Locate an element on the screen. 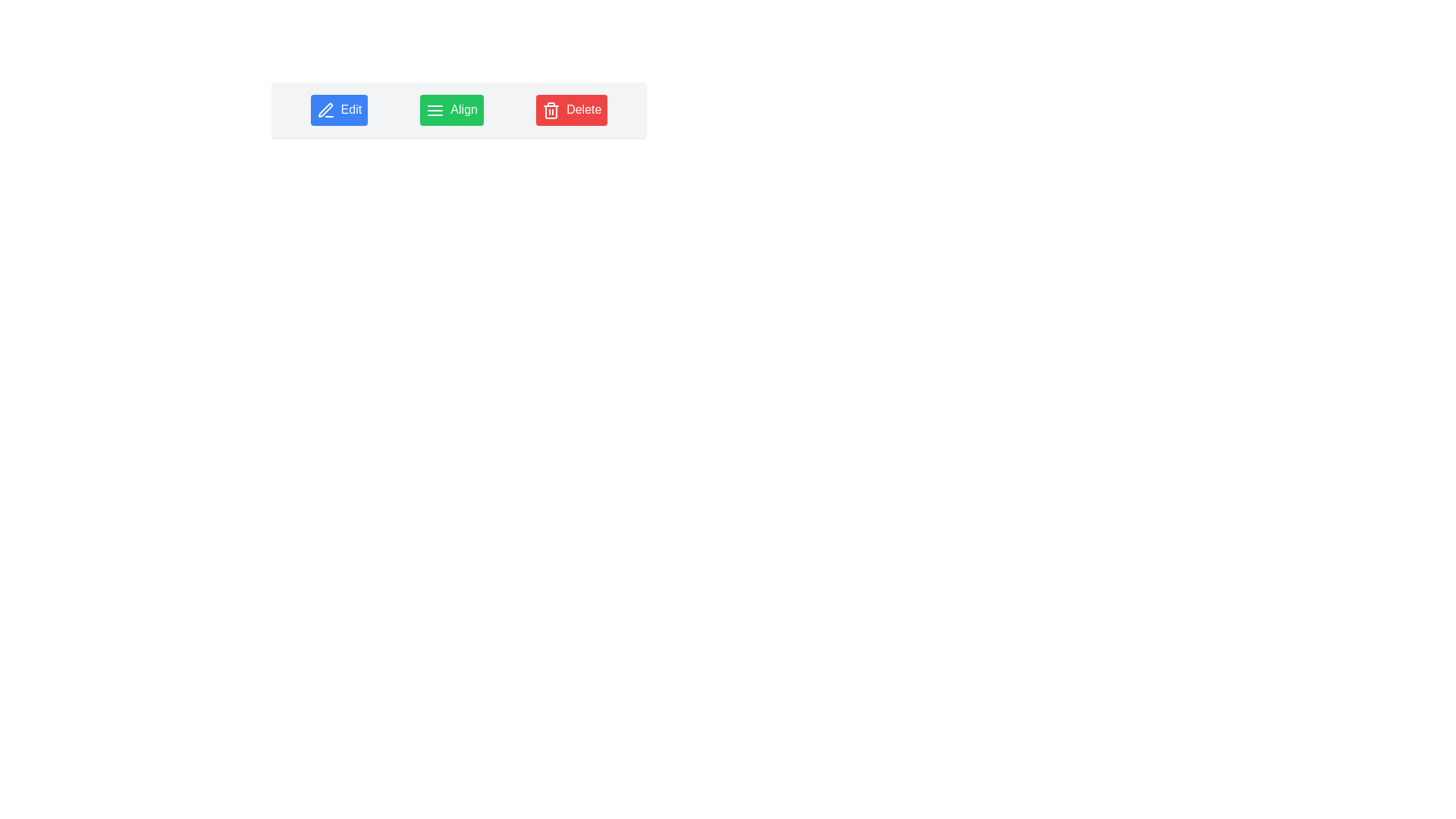  the 'Edit' button located in the top-left section of the interface, which features a pen icon is located at coordinates (325, 109).